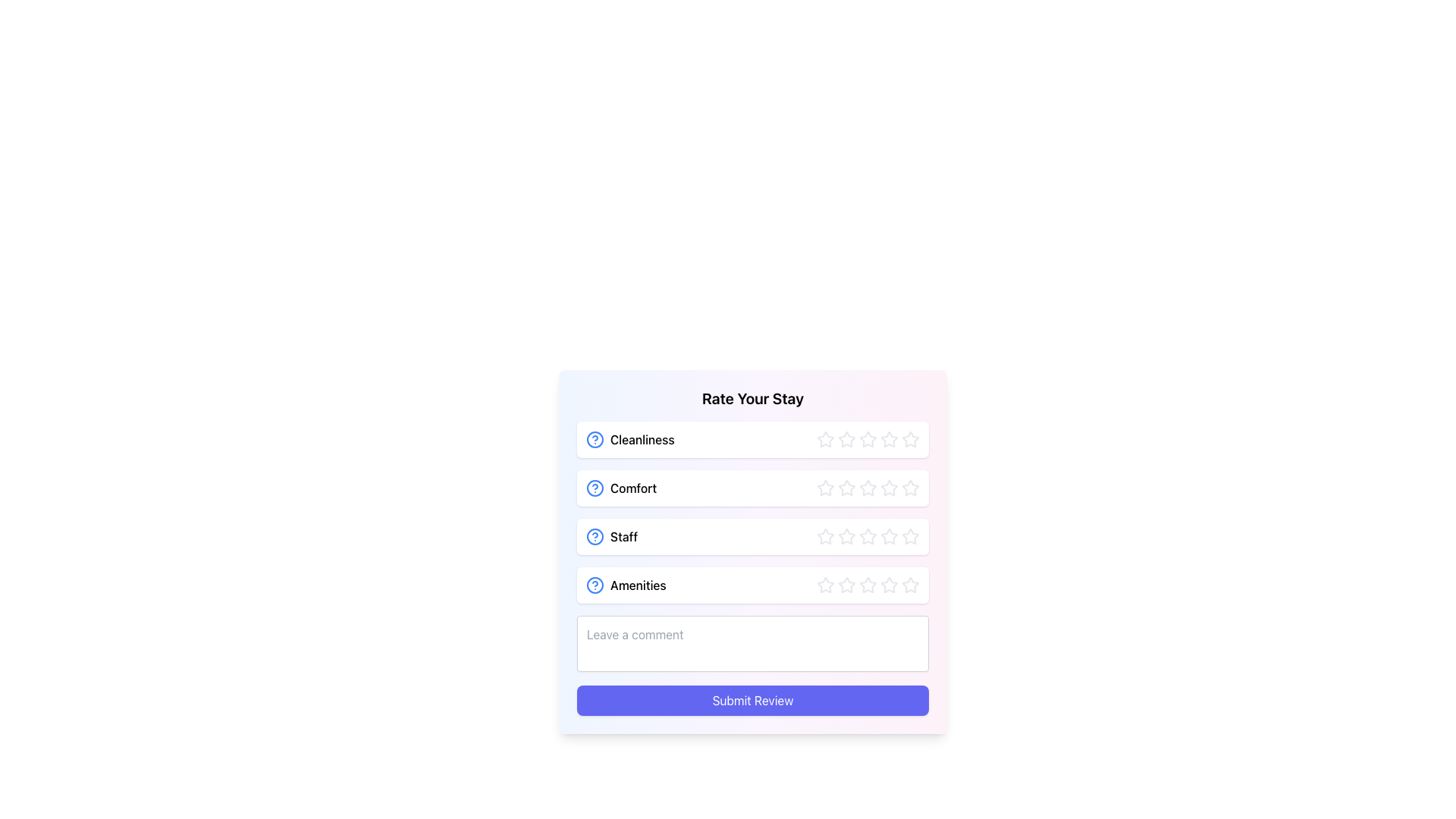 Image resolution: width=1456 pixels, height=819 pixels. I want to click on the text label displaying 'Amenities', which is located to the right of a circular question mark icon in the fourth row of a vertically aligned list, so click(638, 584).